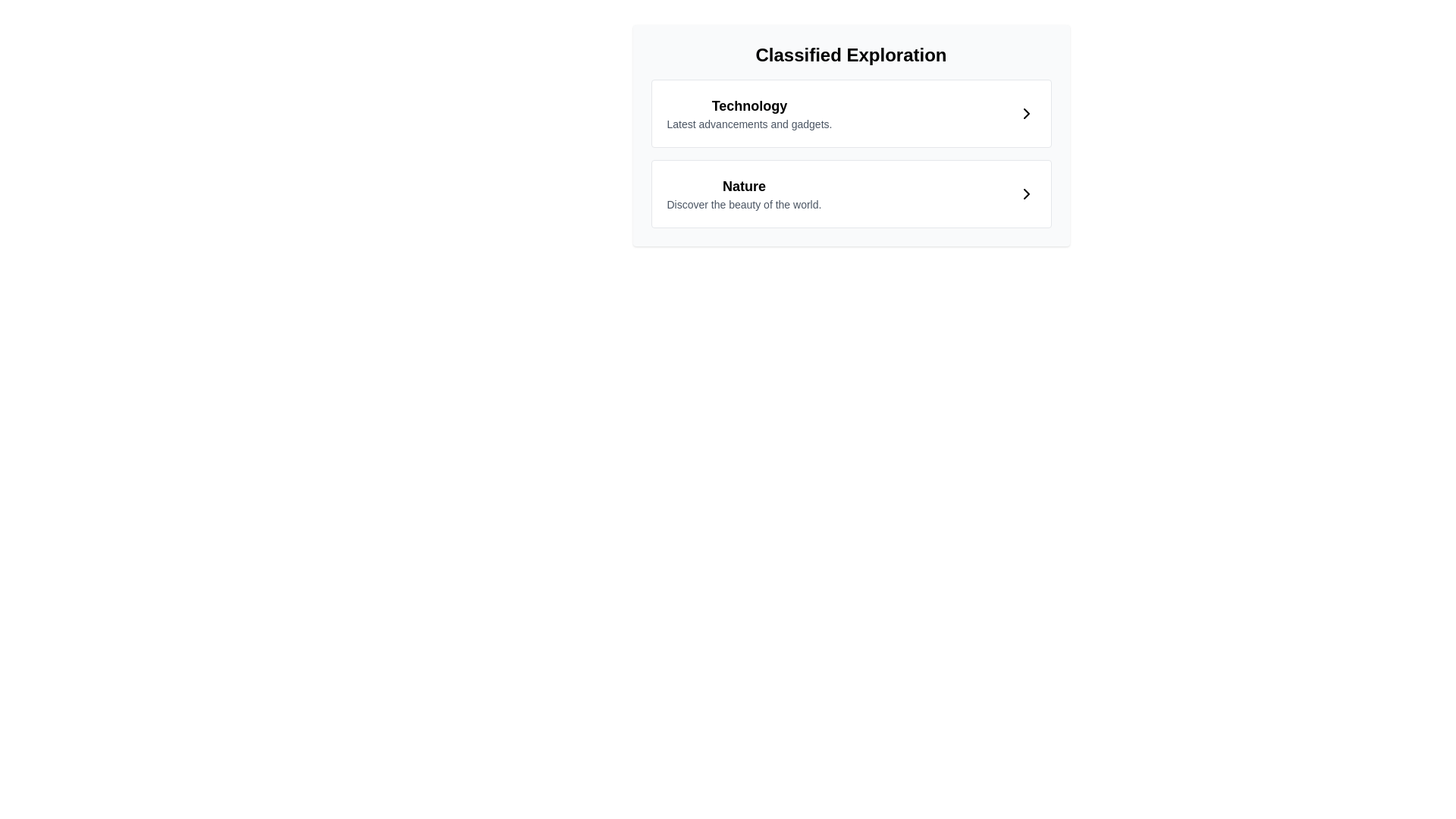  I want to click on text label titled 'Technology' which serves as a category title above the descriptive text 'Latest advancements and gadgets.', so click(749, 105).